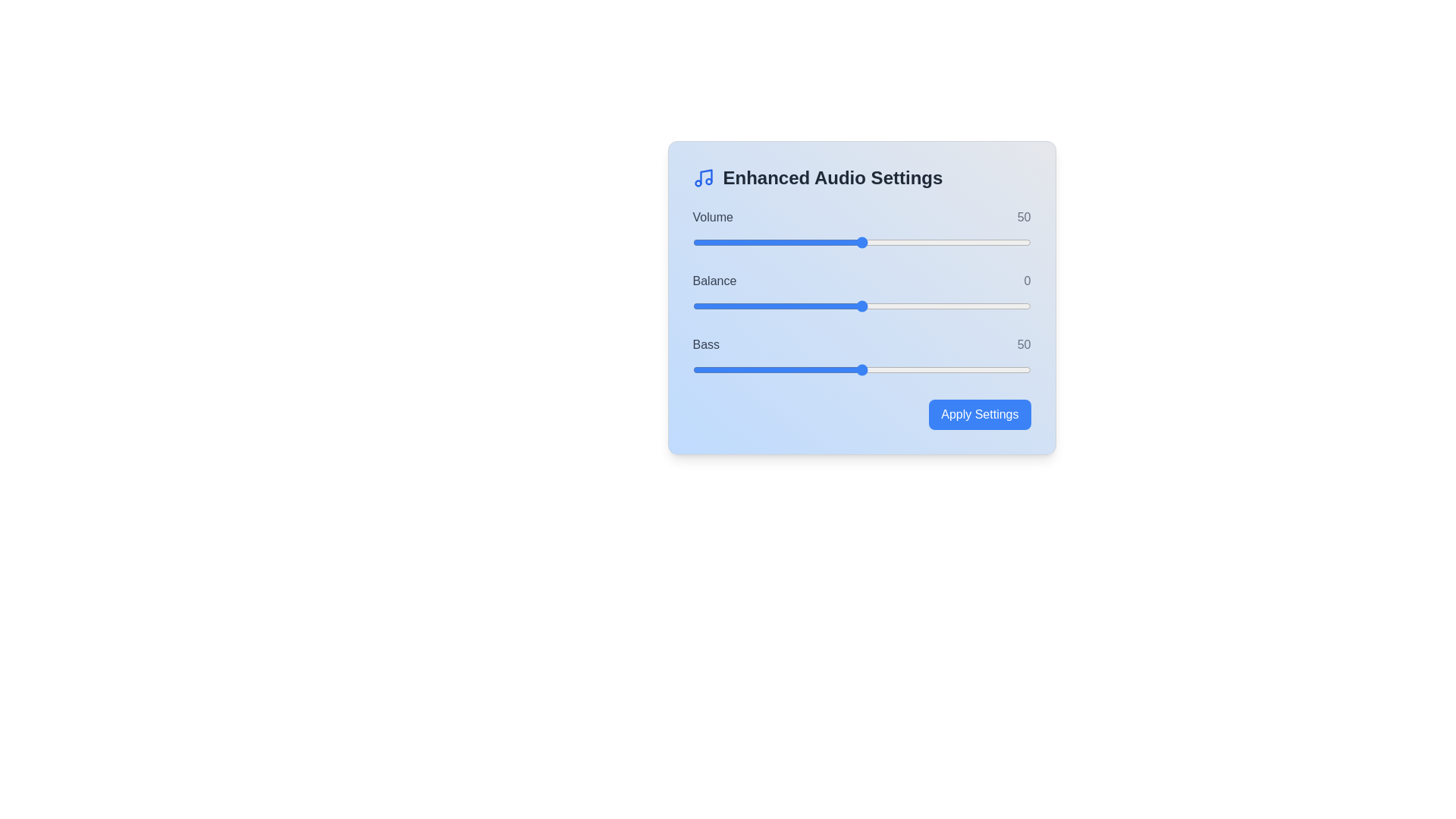 This screenshot has height=819, width=1456. I want to click on the bass slider to 54 percent, so click(875, 370).